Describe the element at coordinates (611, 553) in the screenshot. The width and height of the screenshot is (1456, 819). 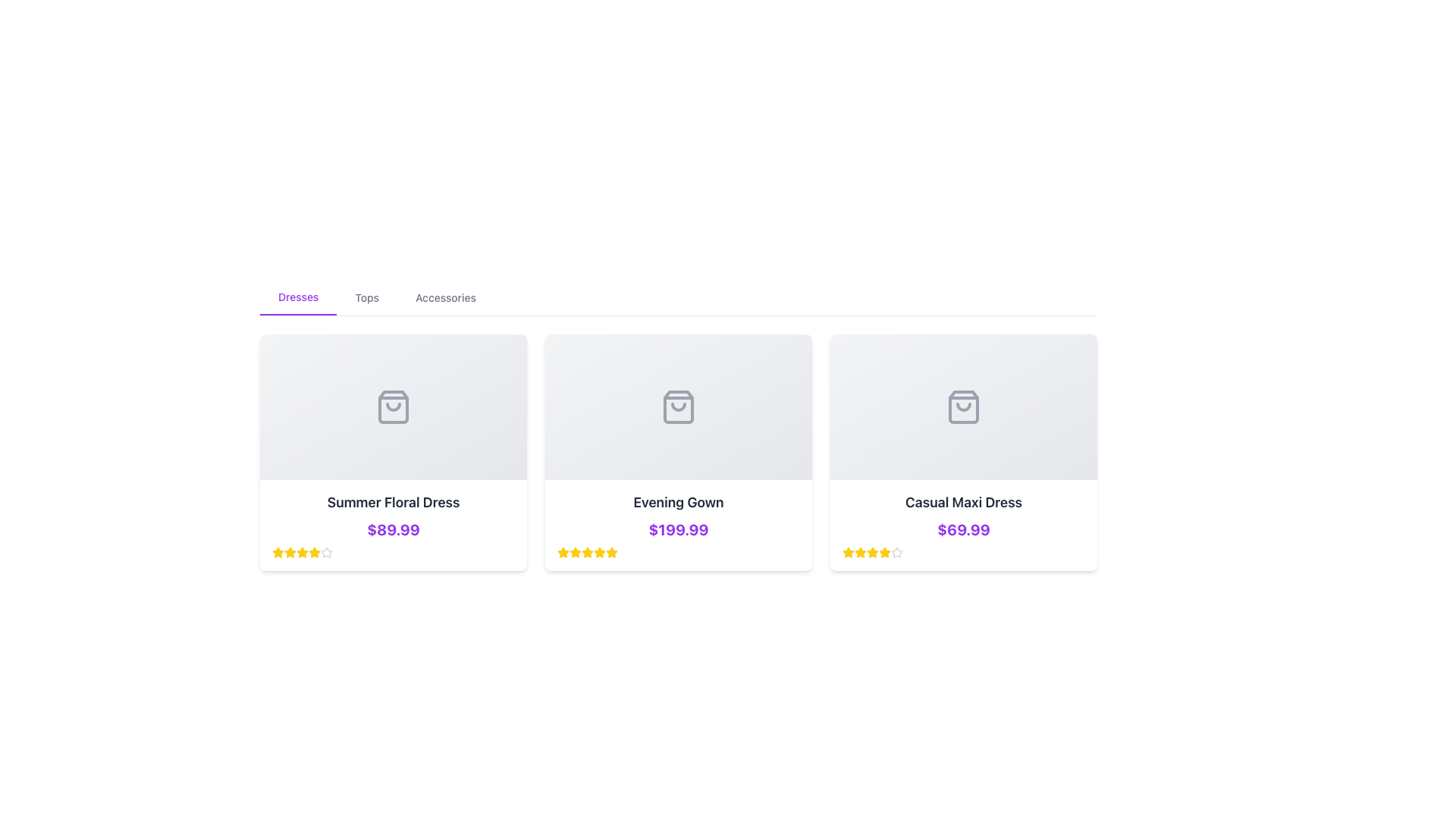
I see `the fifth star icon used for product rating, located below the price of the middle product card in the interface` at that location.